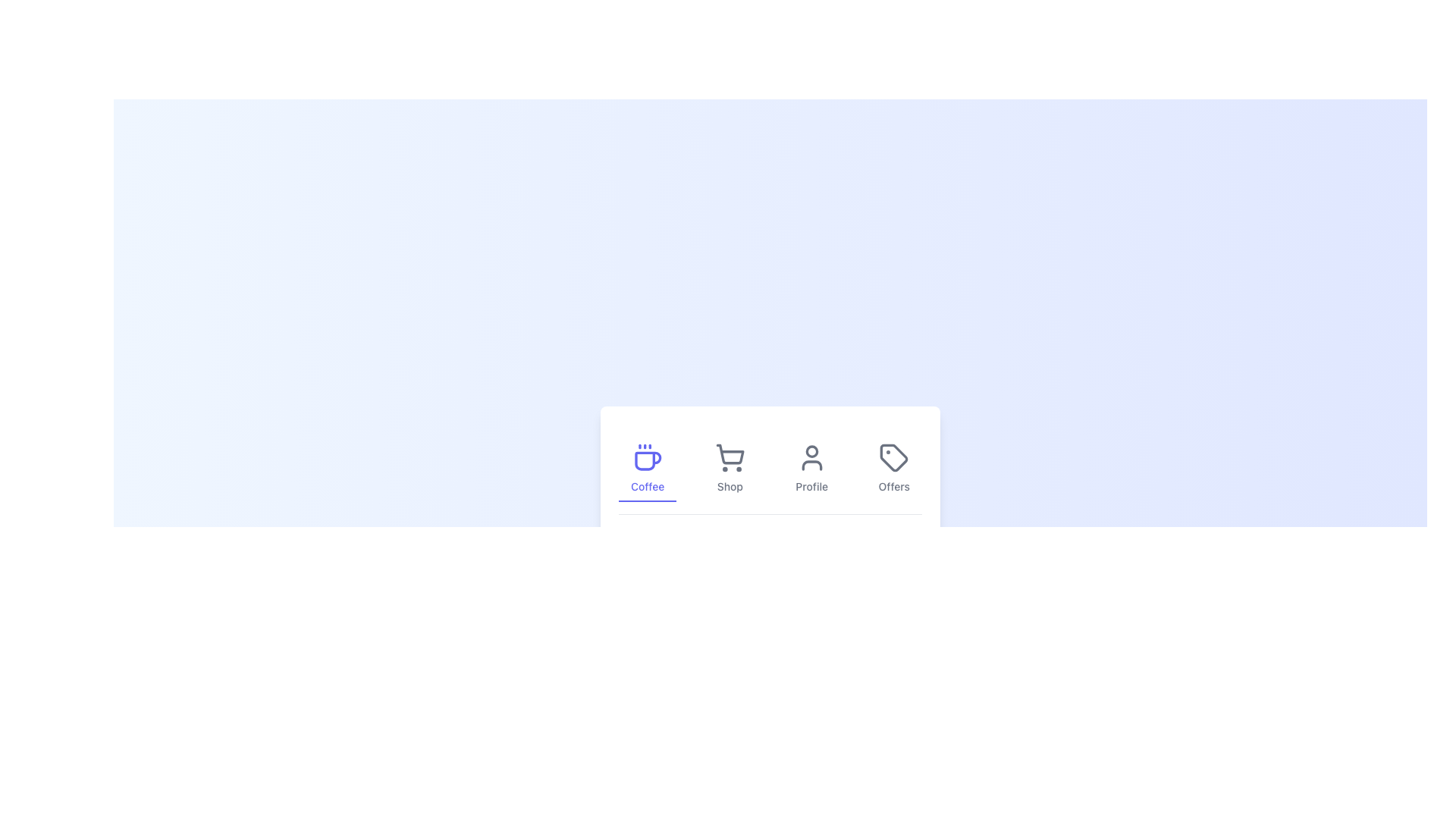 The height and width of the screenshot is (819, 1456). What do you see at coordinates (648, 468) in the screenshot?
I see `the 'Coffee' button, which has an icon of a coffee cup and is part of the navigation bar` at bounding box center [648, 468].